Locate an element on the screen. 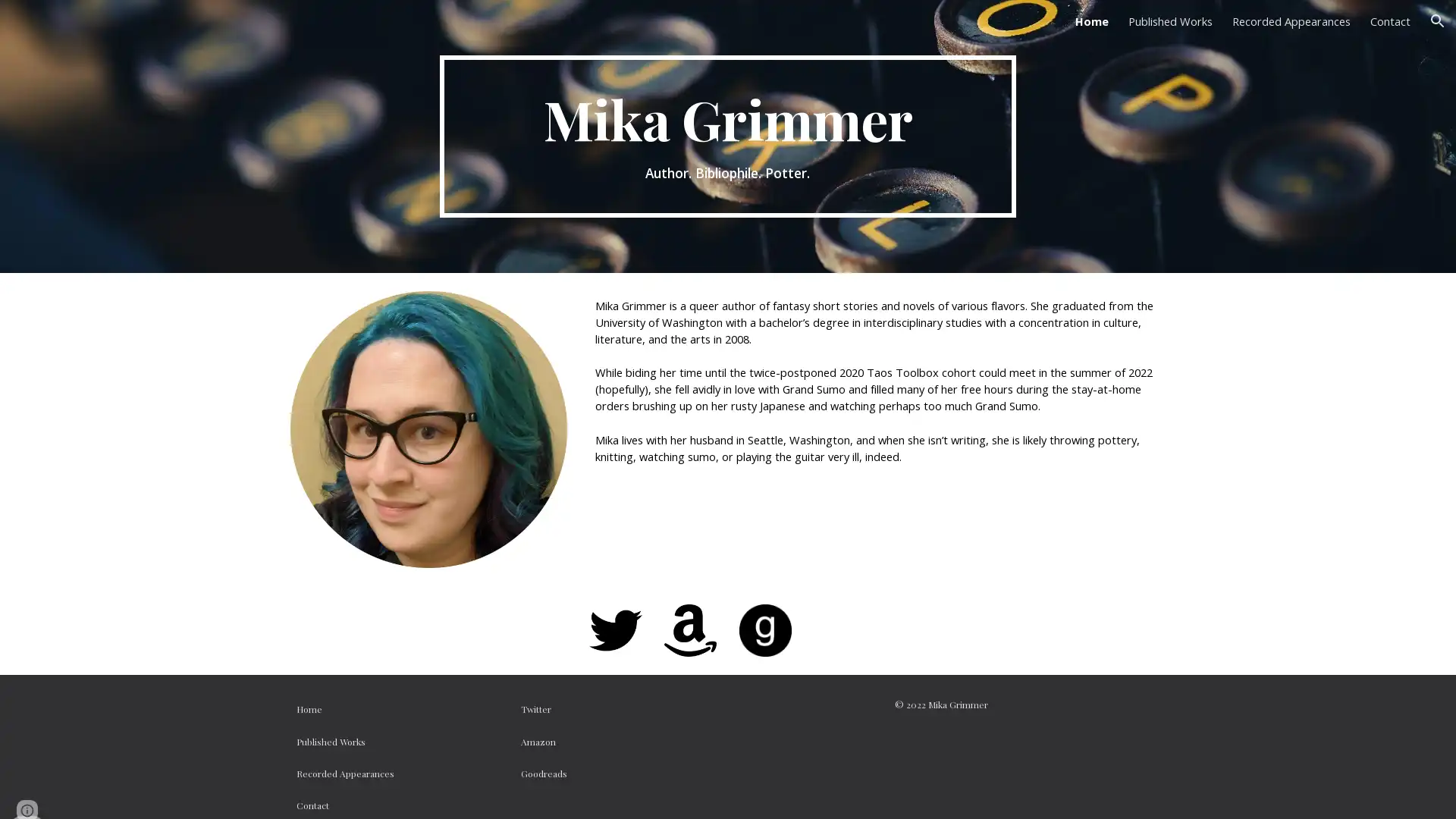 Image resolution: width=1456 pixels, height=819 pixels. Google Sites is located at coordinates (73, 792).